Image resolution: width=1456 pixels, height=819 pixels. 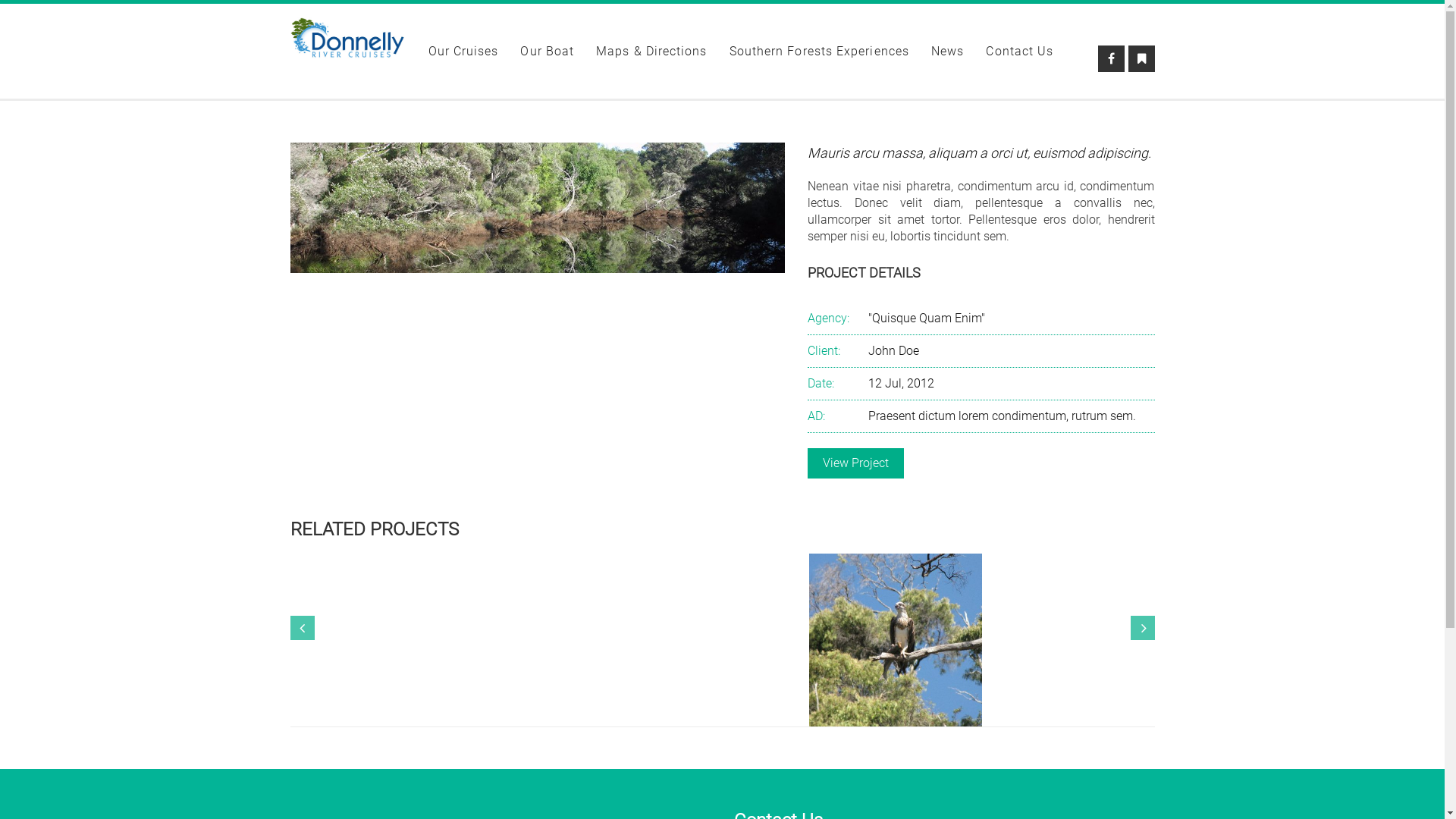 I want to click on 'Our Cruises', so click(x=462, y=52).